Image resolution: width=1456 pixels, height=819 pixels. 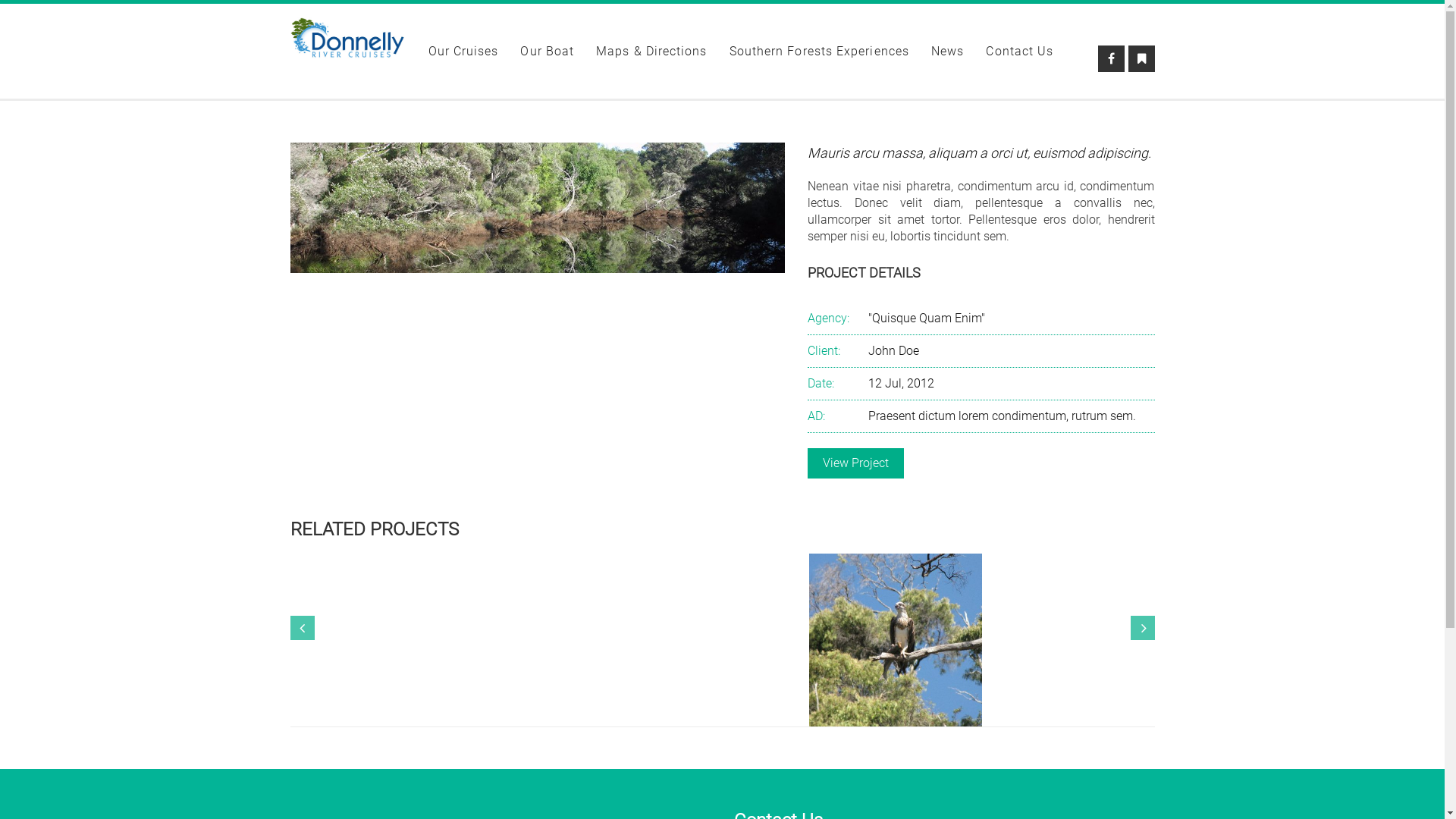 I want to click on 'Our Cruises', so click(x=462, y=52).